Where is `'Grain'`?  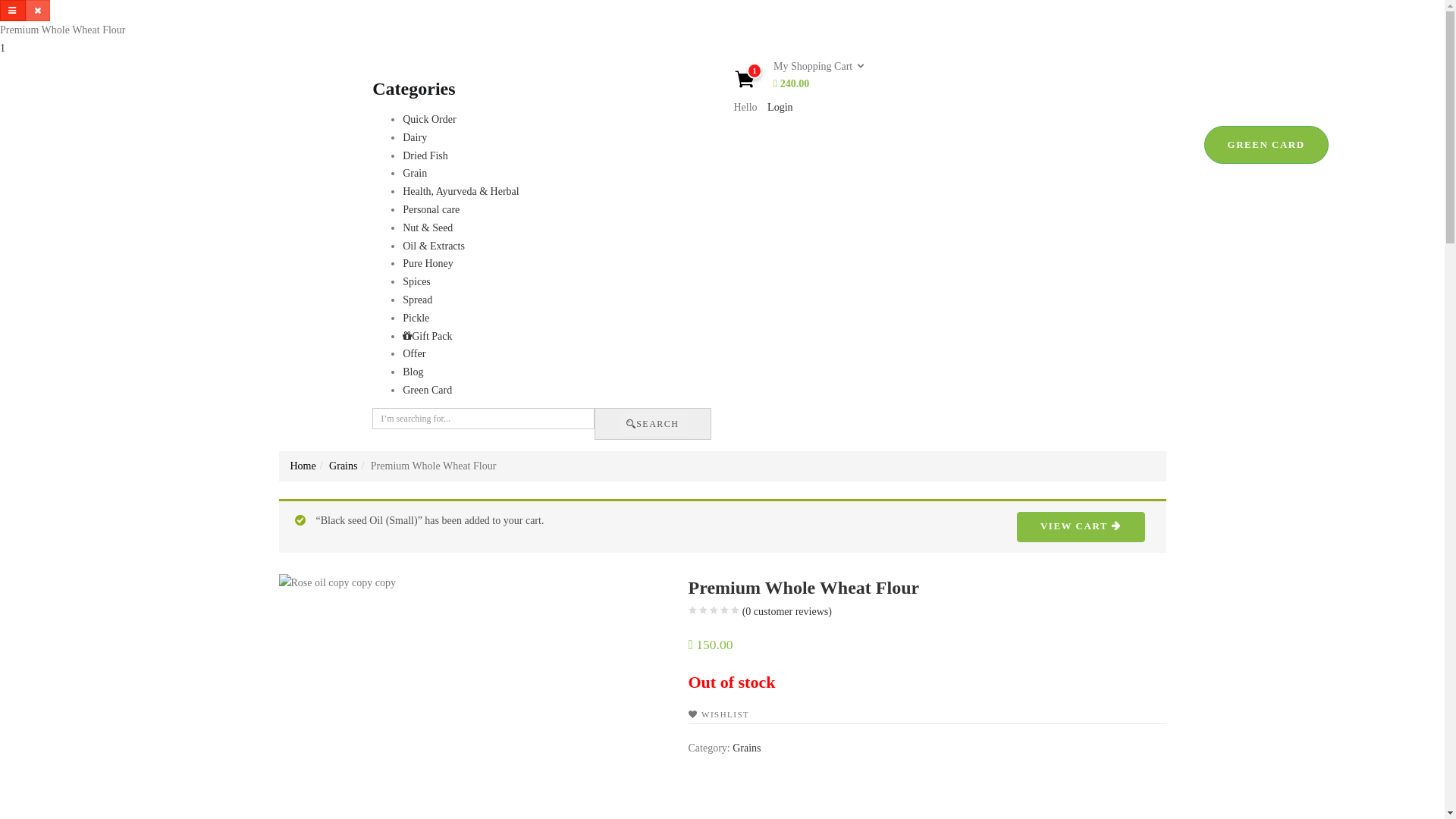 'Grain' is located at coordinates (415, 172).